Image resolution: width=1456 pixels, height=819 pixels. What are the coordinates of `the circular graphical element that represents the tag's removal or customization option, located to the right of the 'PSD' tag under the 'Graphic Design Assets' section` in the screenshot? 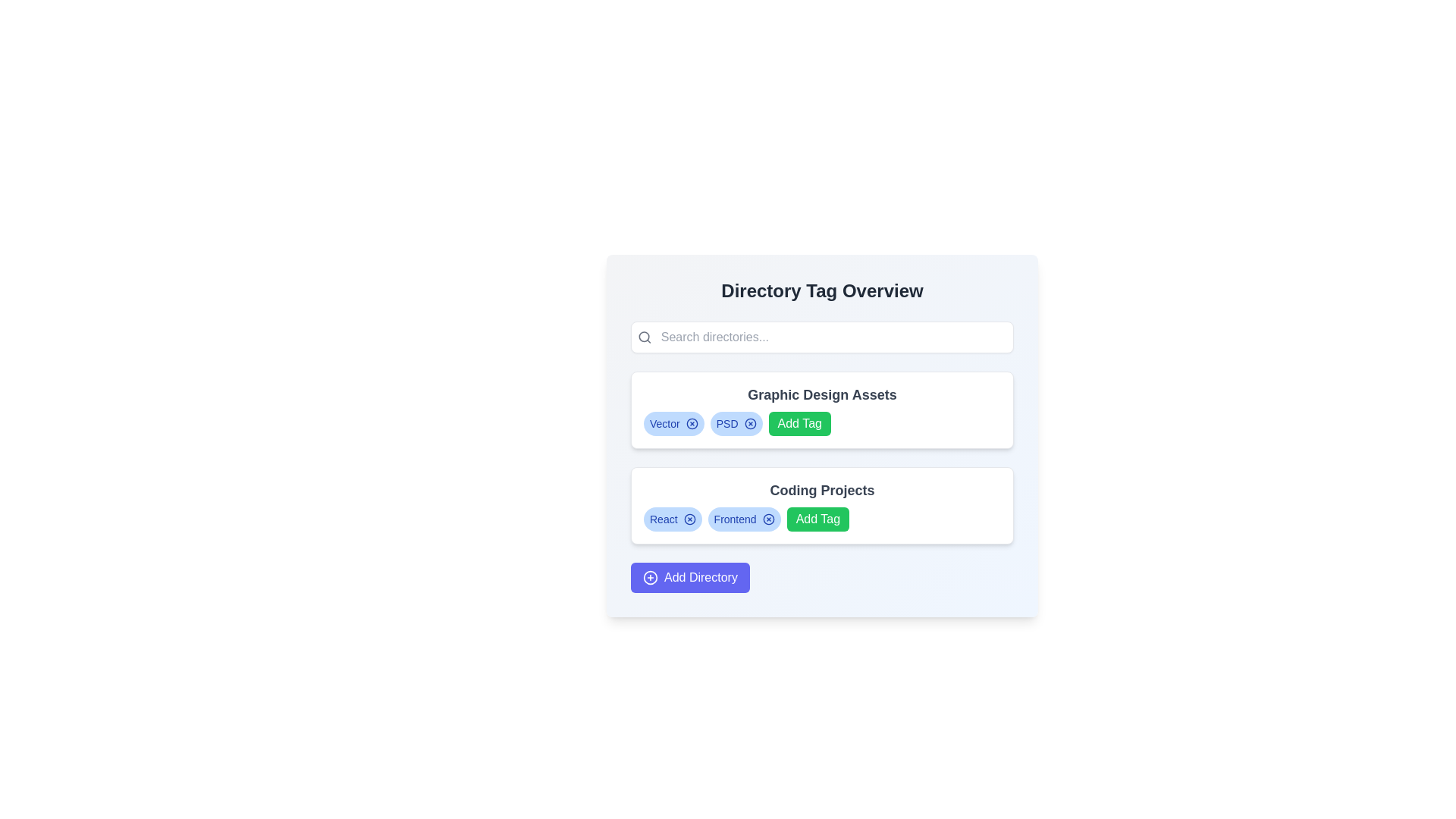 It's located at (750, 424).